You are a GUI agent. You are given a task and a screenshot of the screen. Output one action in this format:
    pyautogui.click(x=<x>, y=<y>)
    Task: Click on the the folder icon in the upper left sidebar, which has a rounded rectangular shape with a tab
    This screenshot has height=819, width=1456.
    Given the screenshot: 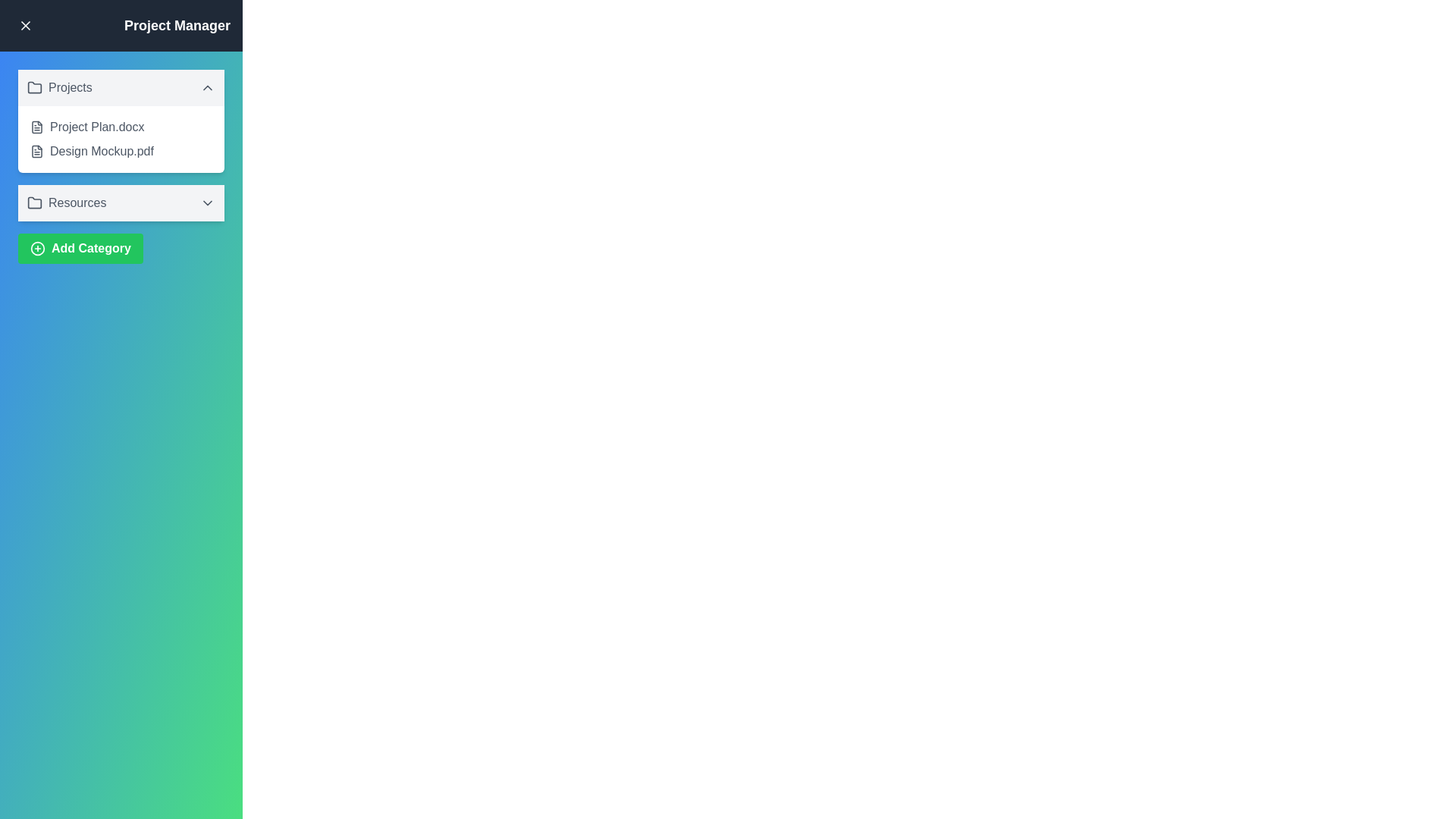 What is the action you would take?
    pyautogui.click(x=35, y=87)
    